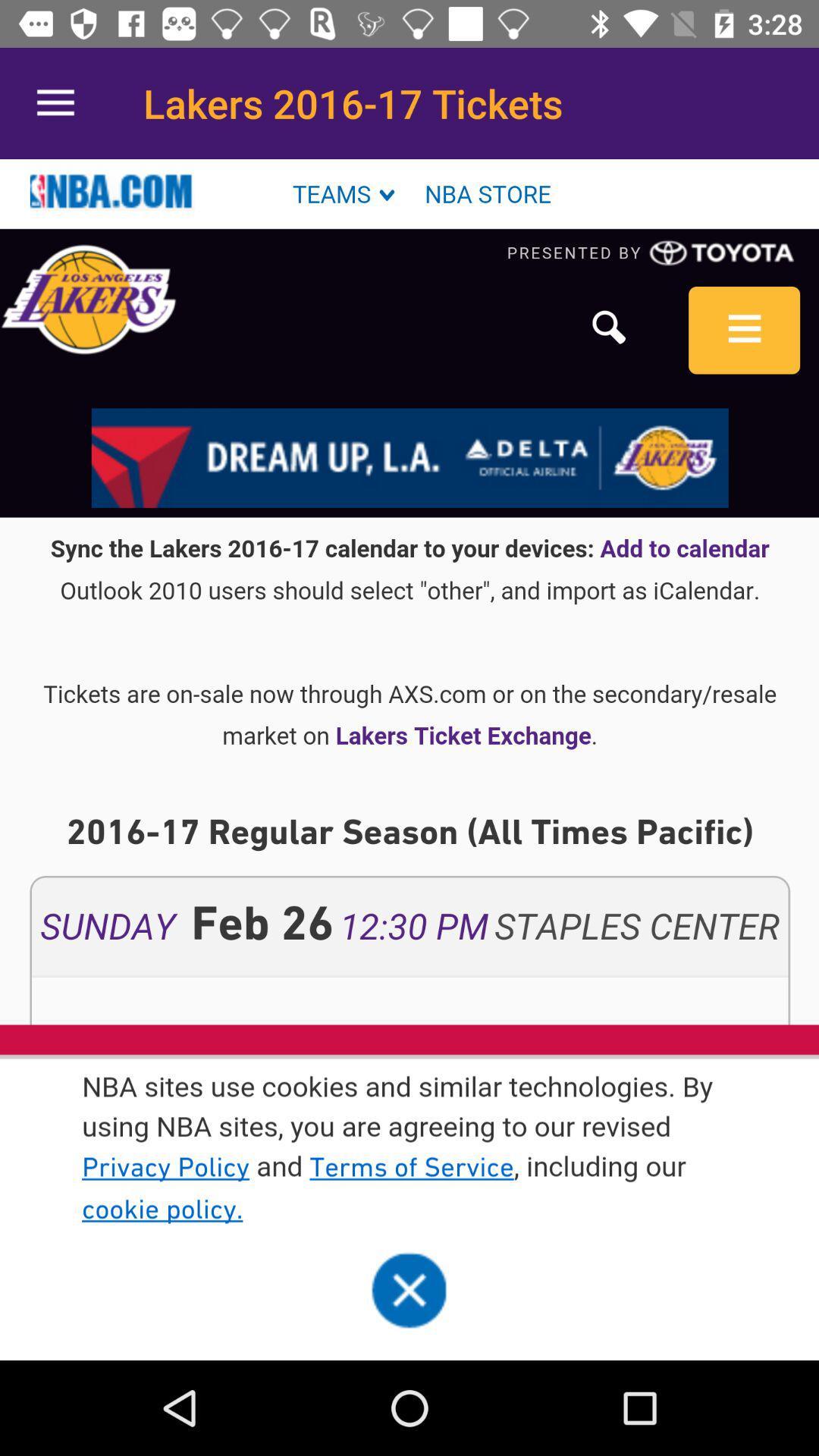 Image resolution: width=819 pixels, height=1456 pixels. Describe the element at coordinates (409, 760) in the screenshot. I see `color print` at that location.